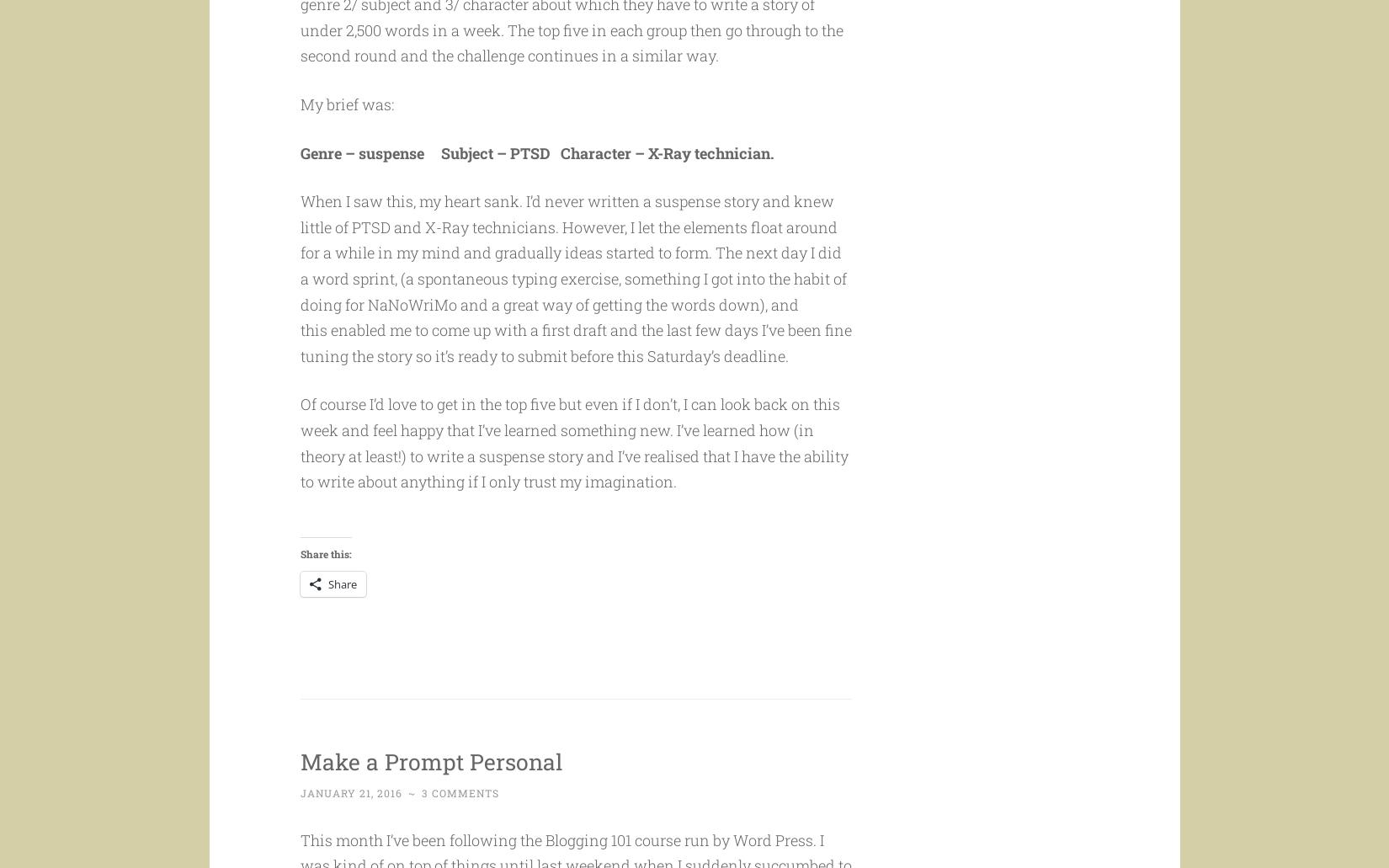 The width and height of the screenshot is (1389, 868). What do you see at coordinates (325, 586) in the screenshot?
I see `'Share this:'` at bounding box center [325, 586].